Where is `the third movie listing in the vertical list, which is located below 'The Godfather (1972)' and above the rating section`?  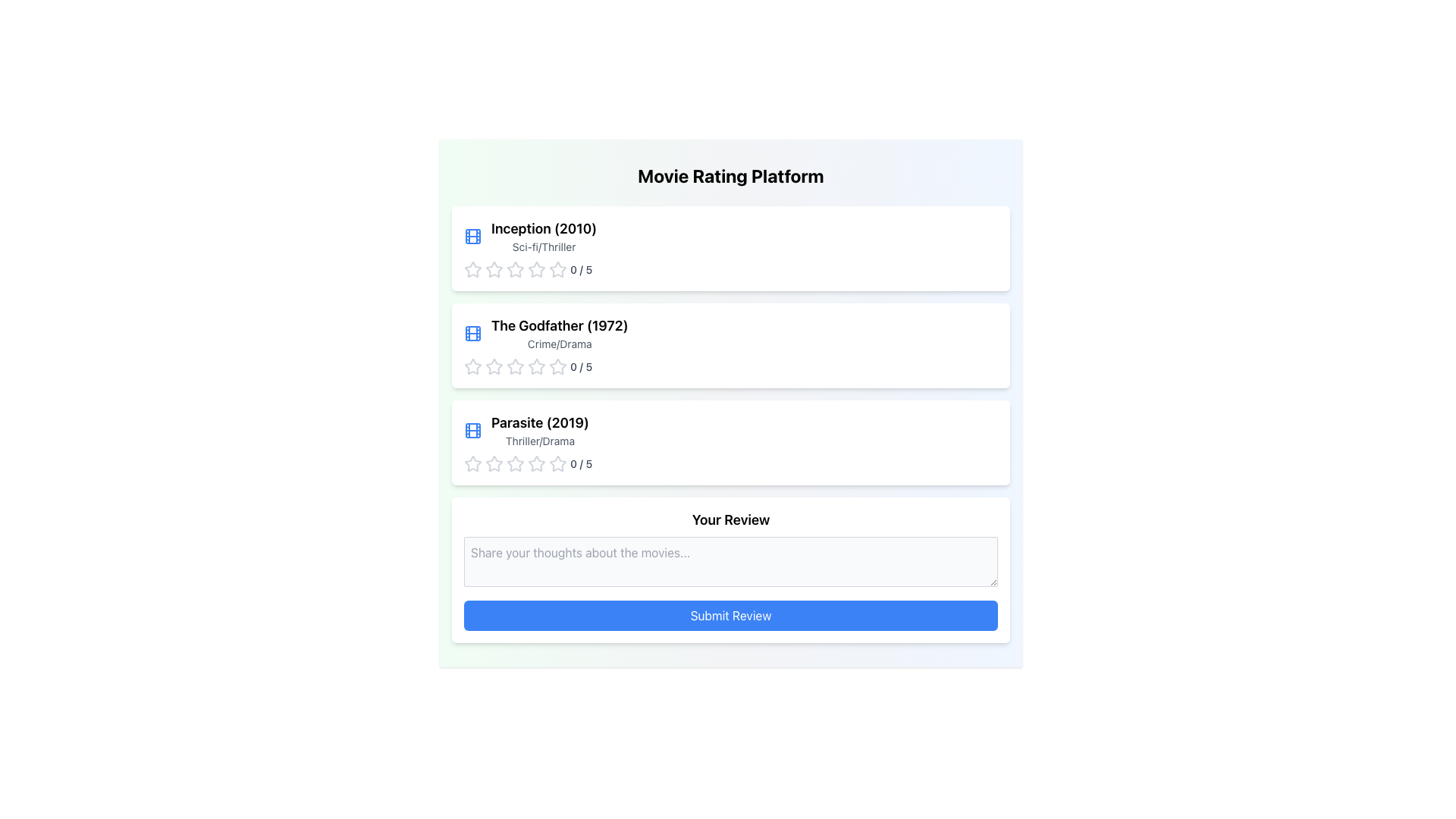
the third movie listing in the vertical list, which is located below 'The Godfather (1972)' and above the rating section is located at coordinates (540, 430).